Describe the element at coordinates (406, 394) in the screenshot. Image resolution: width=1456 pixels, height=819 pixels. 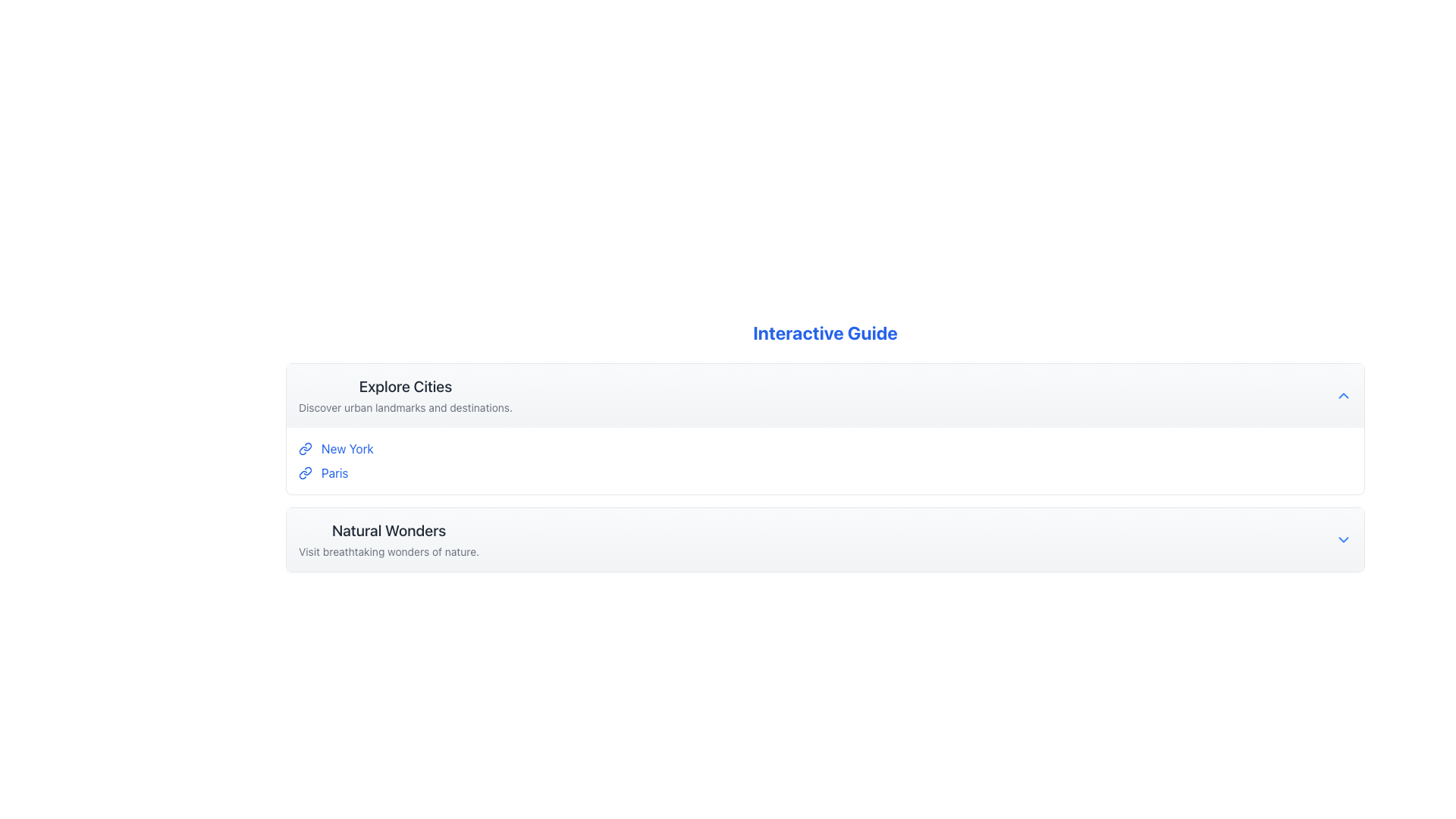
I see `text content block titled 'Explore Cities' which contains the main heading in bold and the subtitle below it` at that location.